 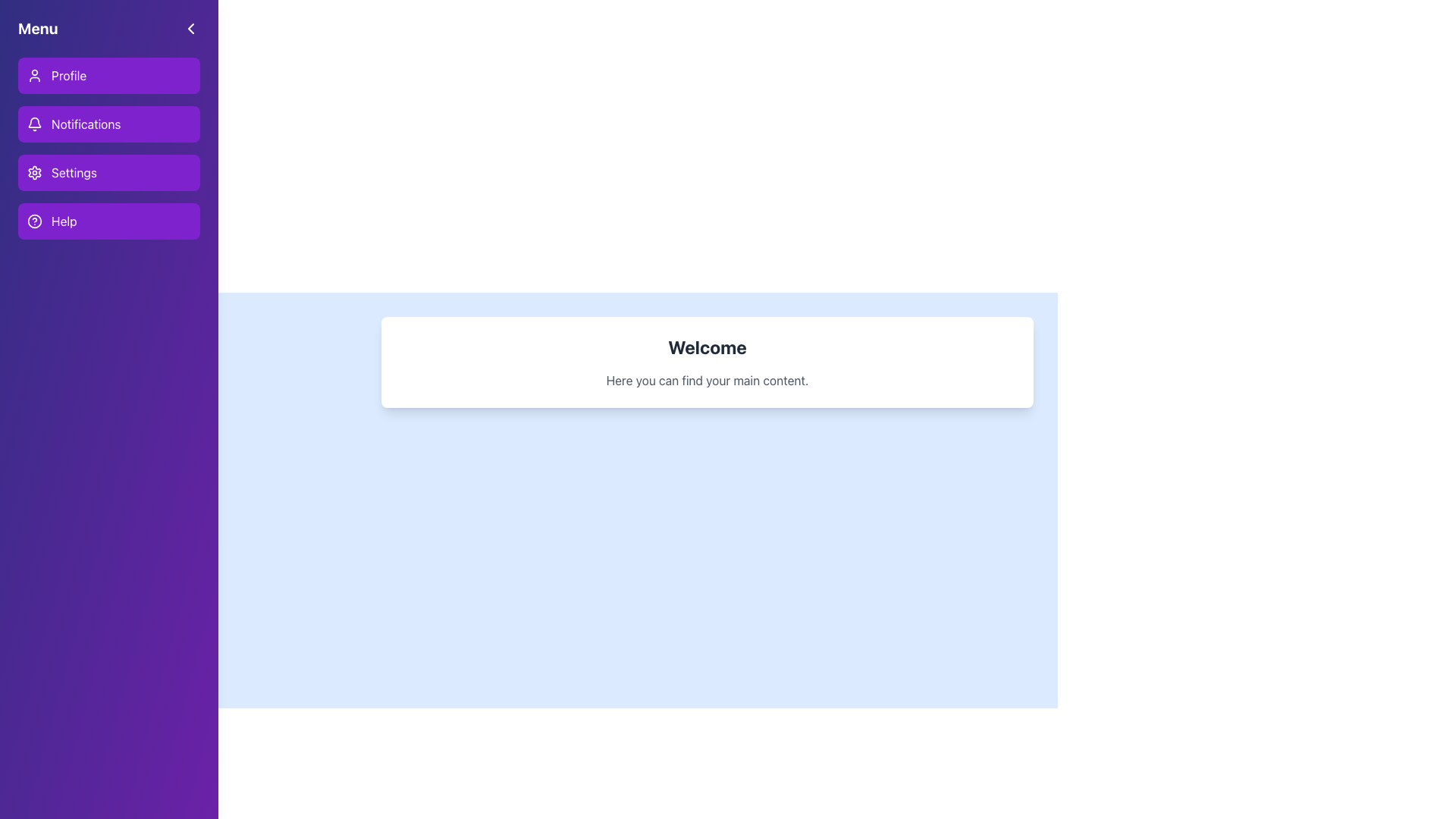 What do you see at coordinates (35, 171) in the screenshot?
I see `the purple gear-shaped icon in the sidebar menu associated with 'Settings'` at bounding box center [35, 171].